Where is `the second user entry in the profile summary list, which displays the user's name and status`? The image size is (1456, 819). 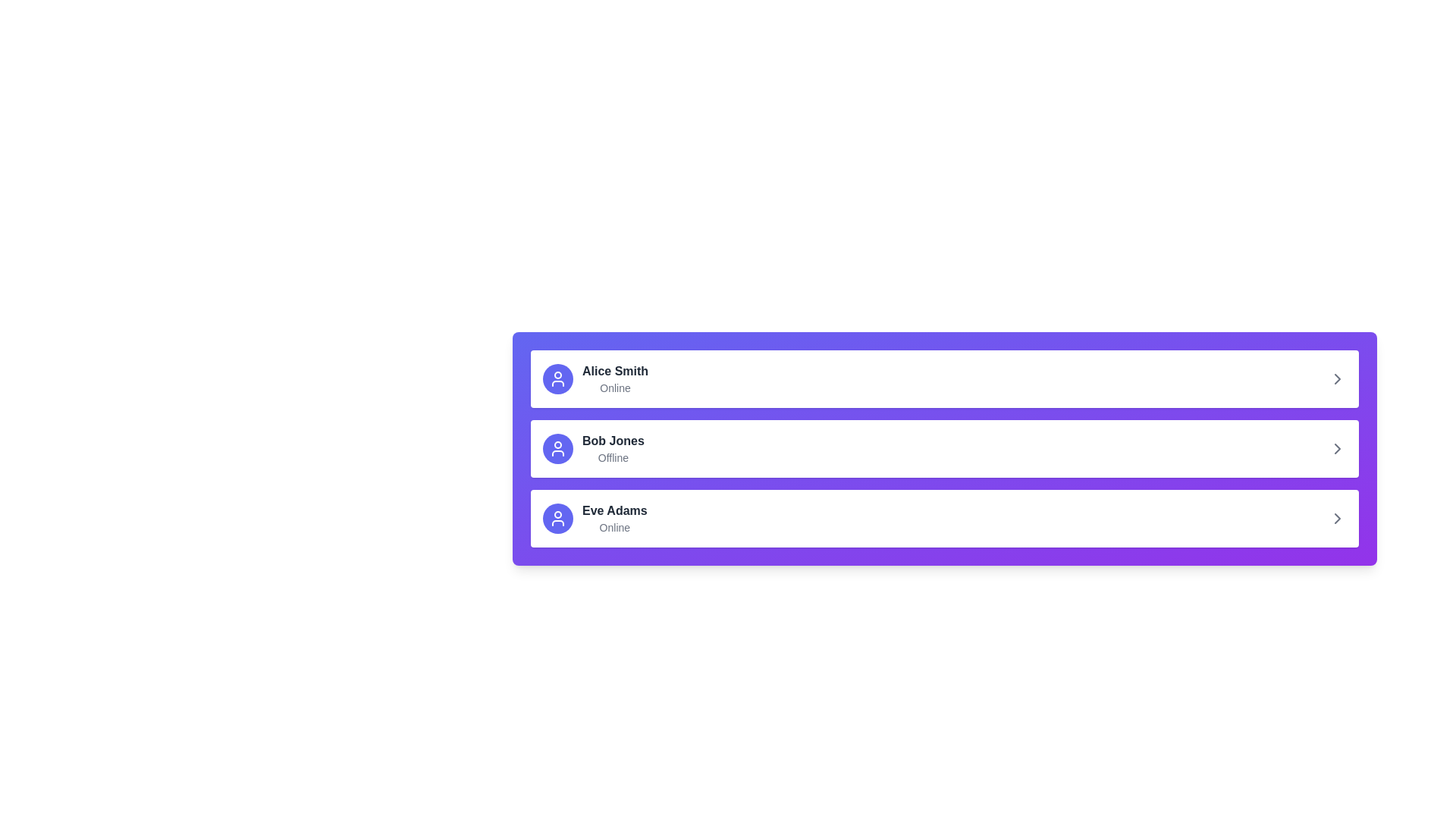 the second user entry in the profile summary list, which displays the user's name and status is located at coordinates (944, 447).